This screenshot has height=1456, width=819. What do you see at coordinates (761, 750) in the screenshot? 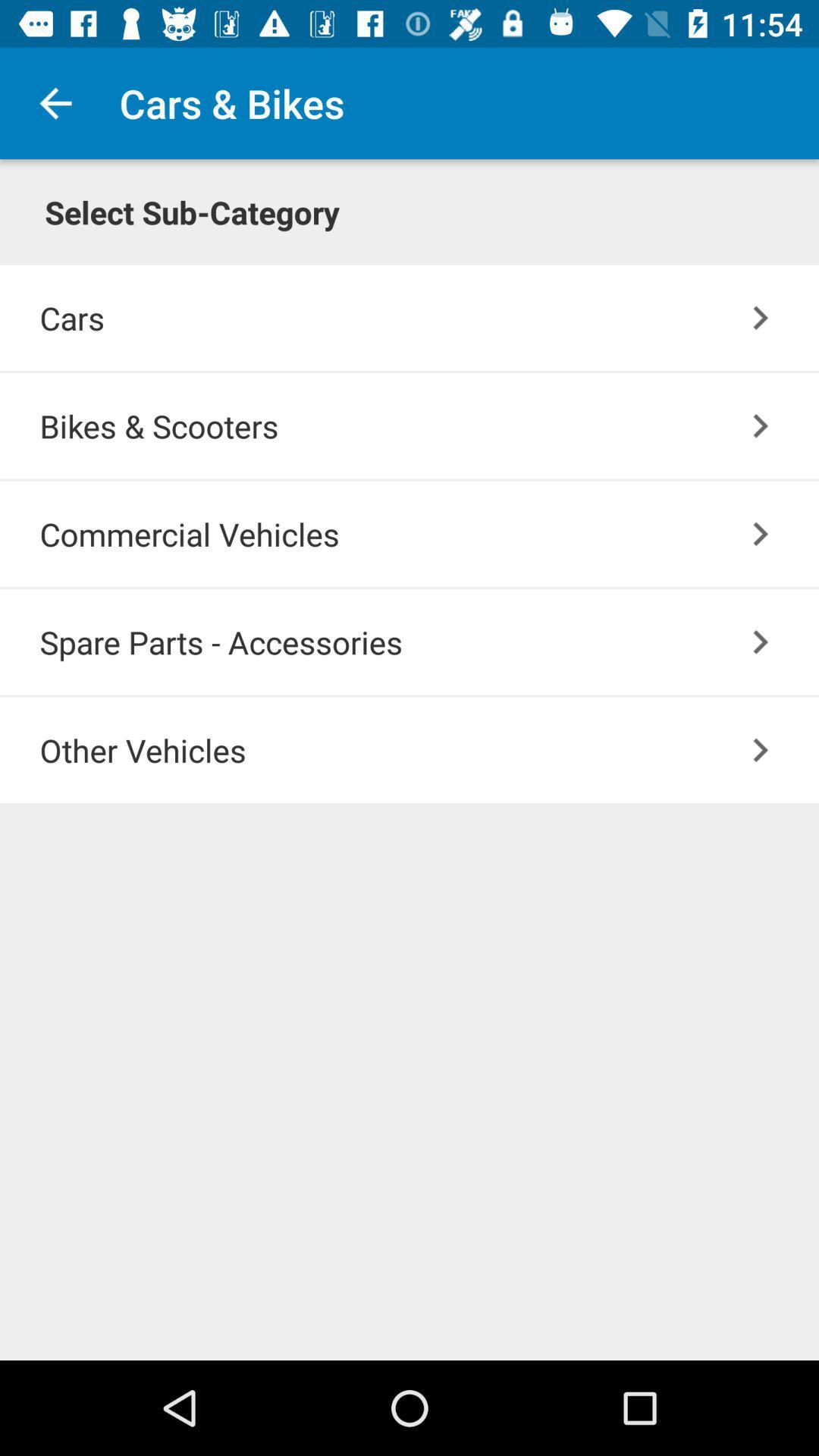
I see `the icon below the spare parts - accessories icon` at bounding box center [761, 750].